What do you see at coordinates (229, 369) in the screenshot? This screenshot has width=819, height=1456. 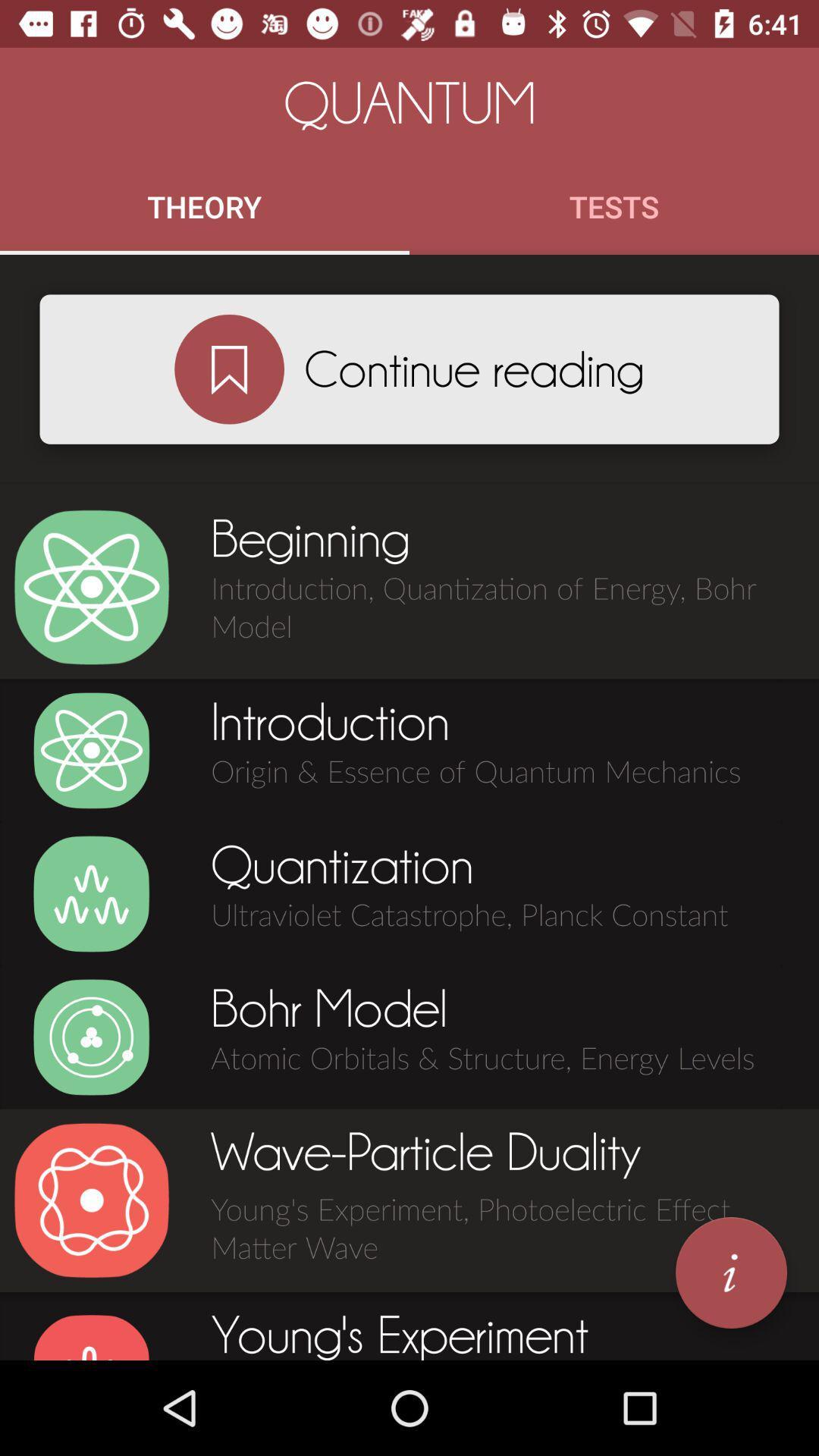 I see `continue reading` at bounding box center [229, 369].